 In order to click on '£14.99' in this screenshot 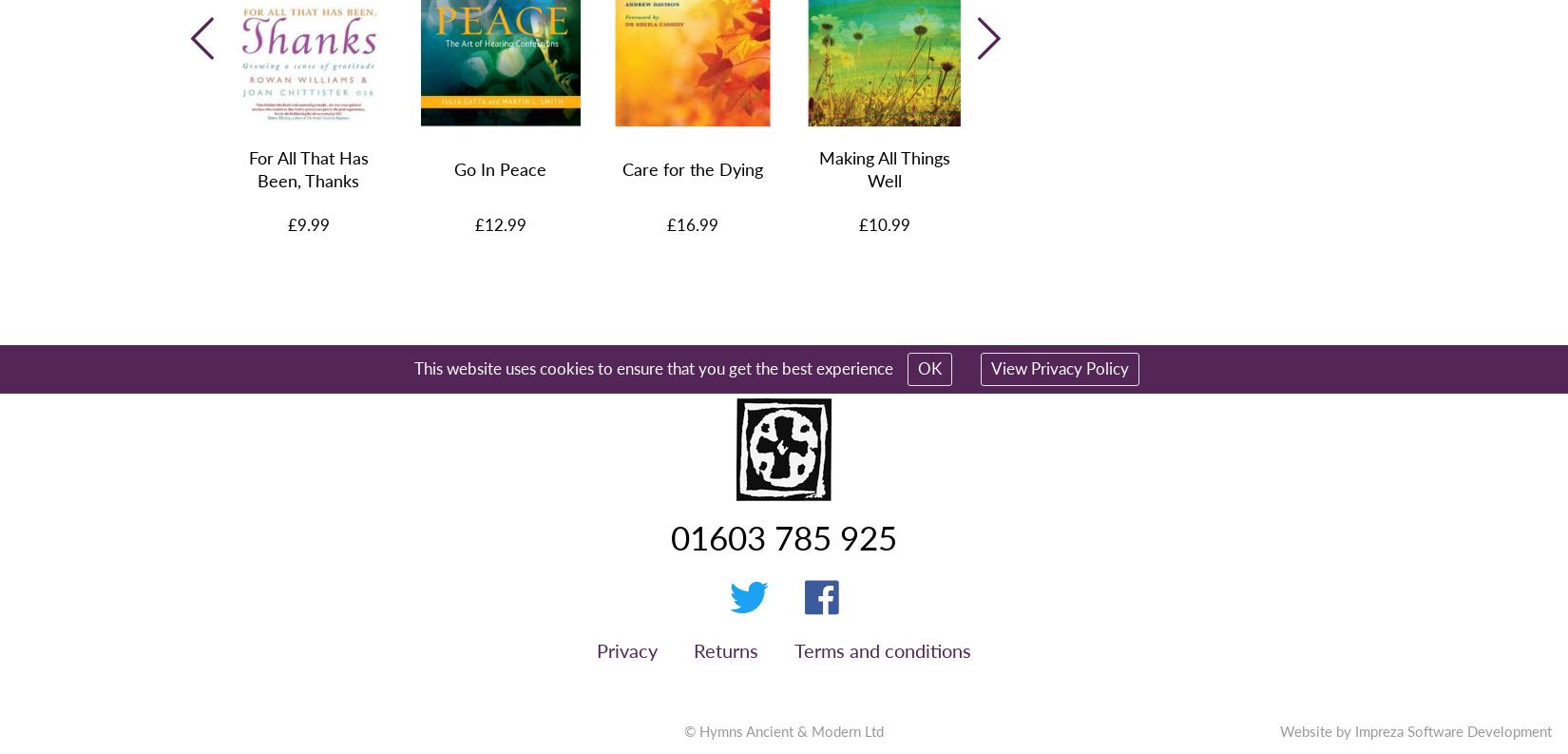, I will do `click(1076, 222)`.